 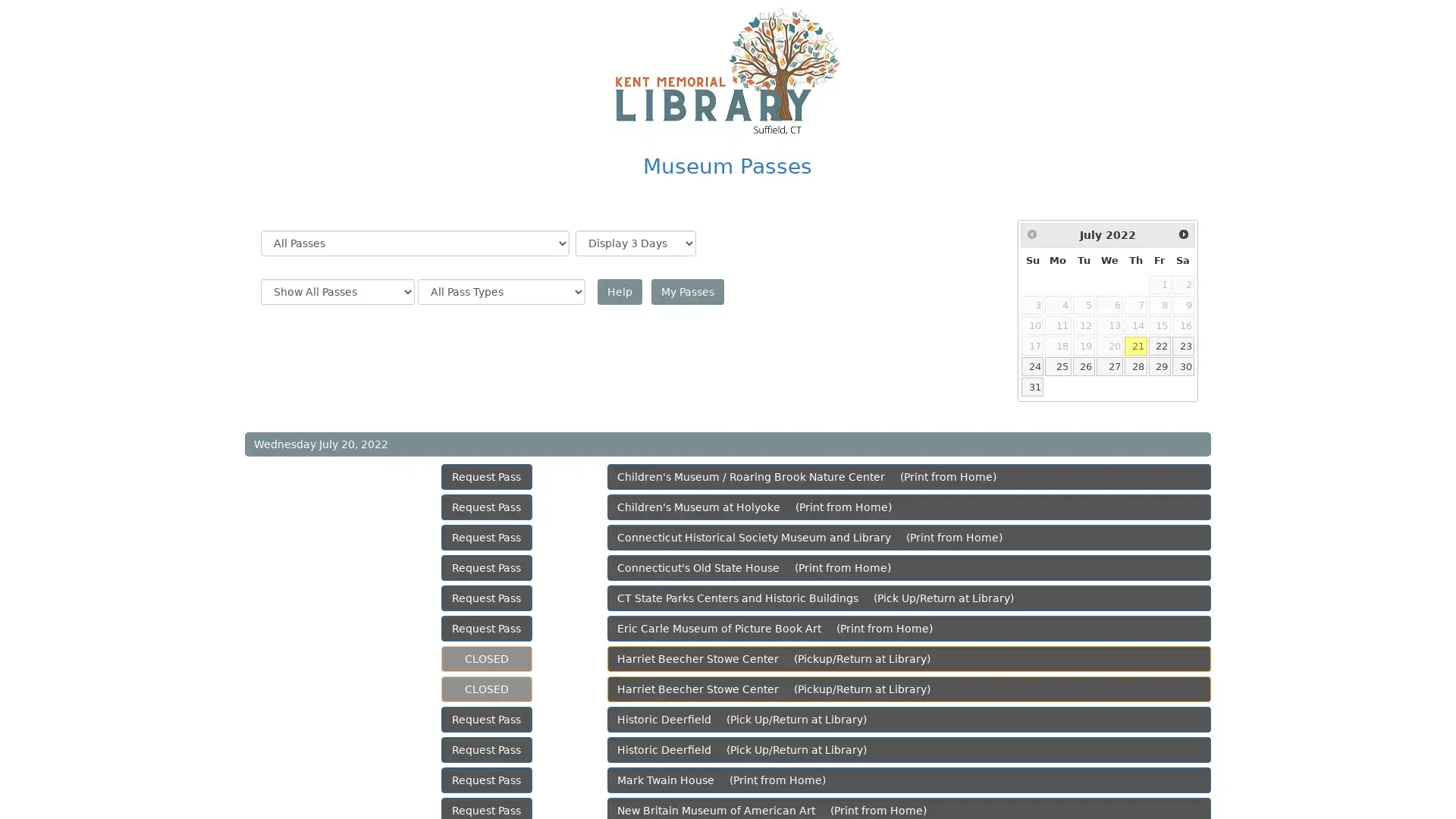 What do you see at coordinates (908, 475) in the screenshot?
I see `Children's Museum / Roaring Brook Nature Center     (Print from Home)` at bounding box center [908, 475].